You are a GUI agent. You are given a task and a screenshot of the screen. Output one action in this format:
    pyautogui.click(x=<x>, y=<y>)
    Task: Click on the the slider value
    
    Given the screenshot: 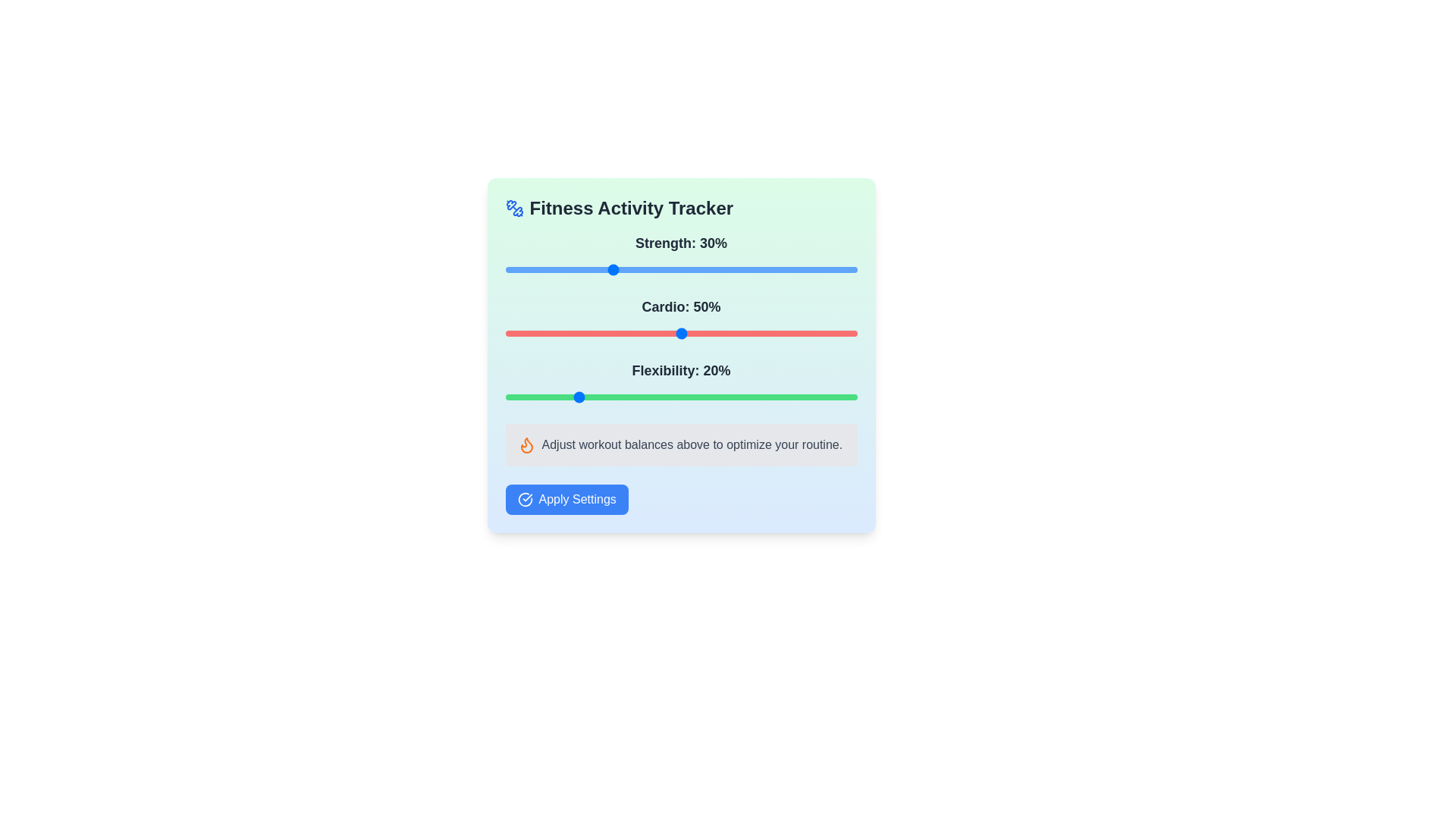 What is the action you would take?
    pyautogui.click(x=835, y=268)
    